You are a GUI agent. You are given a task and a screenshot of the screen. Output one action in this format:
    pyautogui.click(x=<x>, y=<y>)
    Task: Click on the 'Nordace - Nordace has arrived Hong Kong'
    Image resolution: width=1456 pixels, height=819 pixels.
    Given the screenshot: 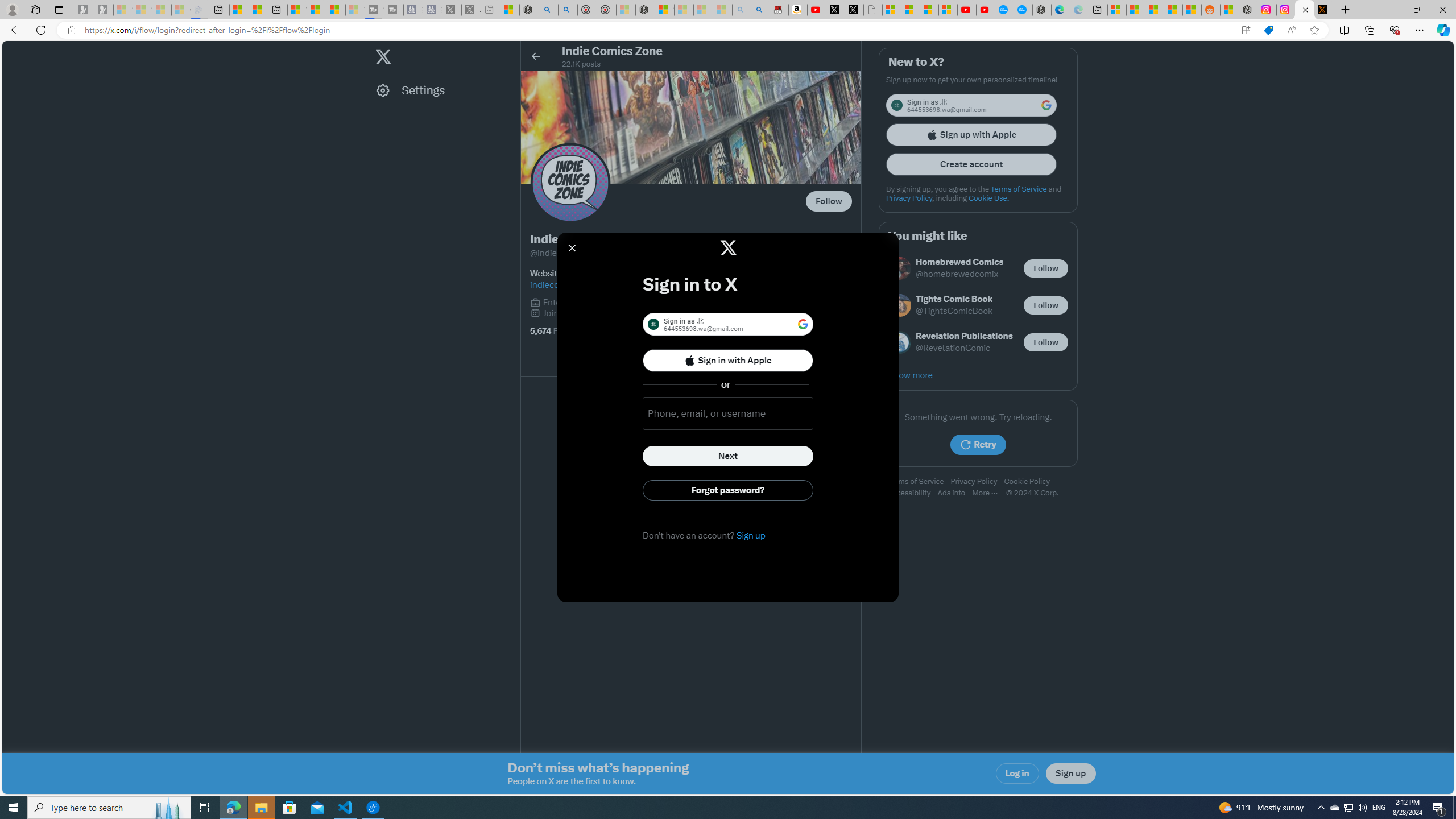 What is the action you would take?
    pyautogui.click(x=1041, y=9)
    